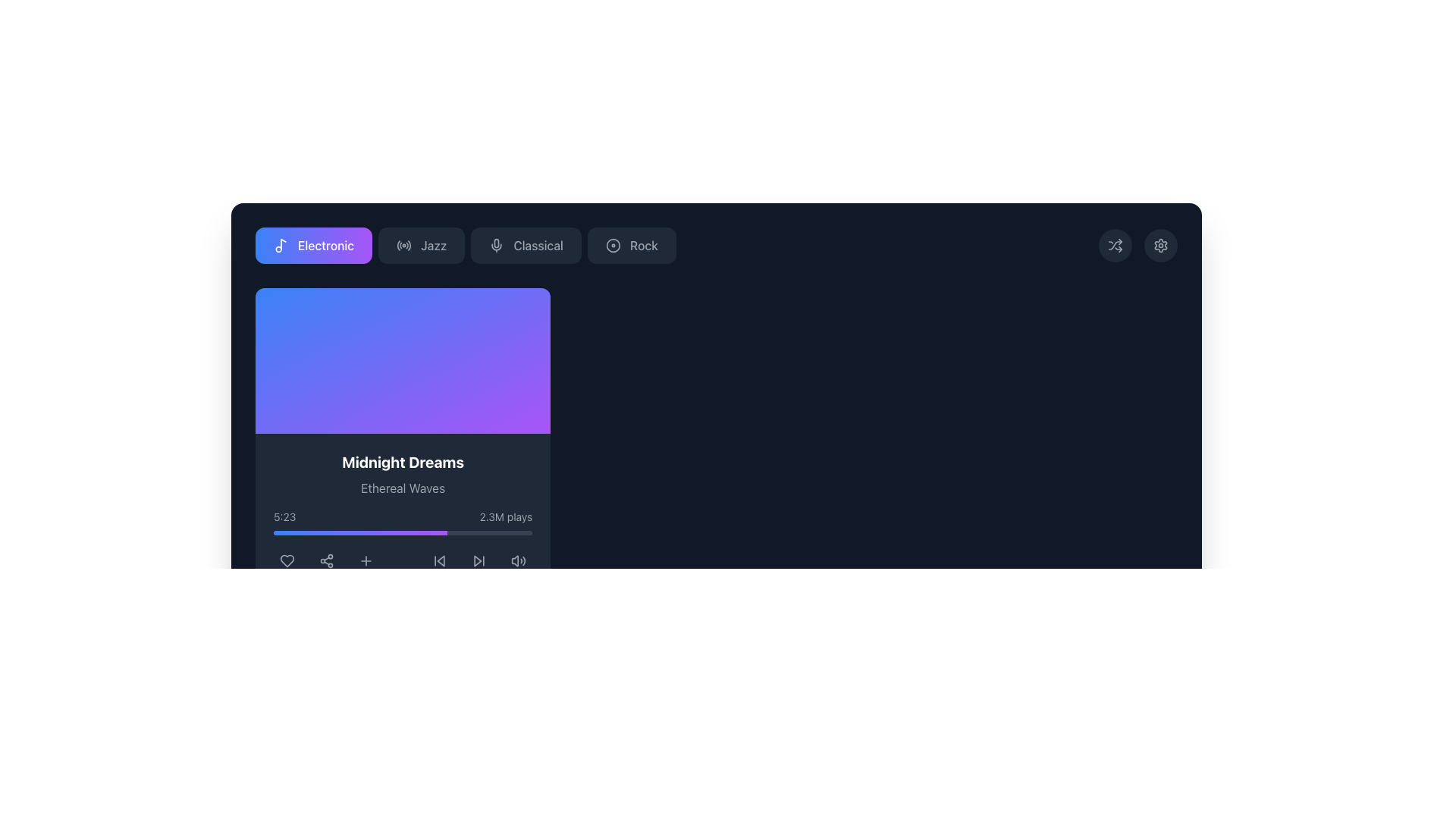  What do you see at coordinates (519, 561) in the screenshot?
I see `the Audio control button, which is the third interactive icon from the right in the bottom-right area of the playback controls` at bounding box center [519, 561].